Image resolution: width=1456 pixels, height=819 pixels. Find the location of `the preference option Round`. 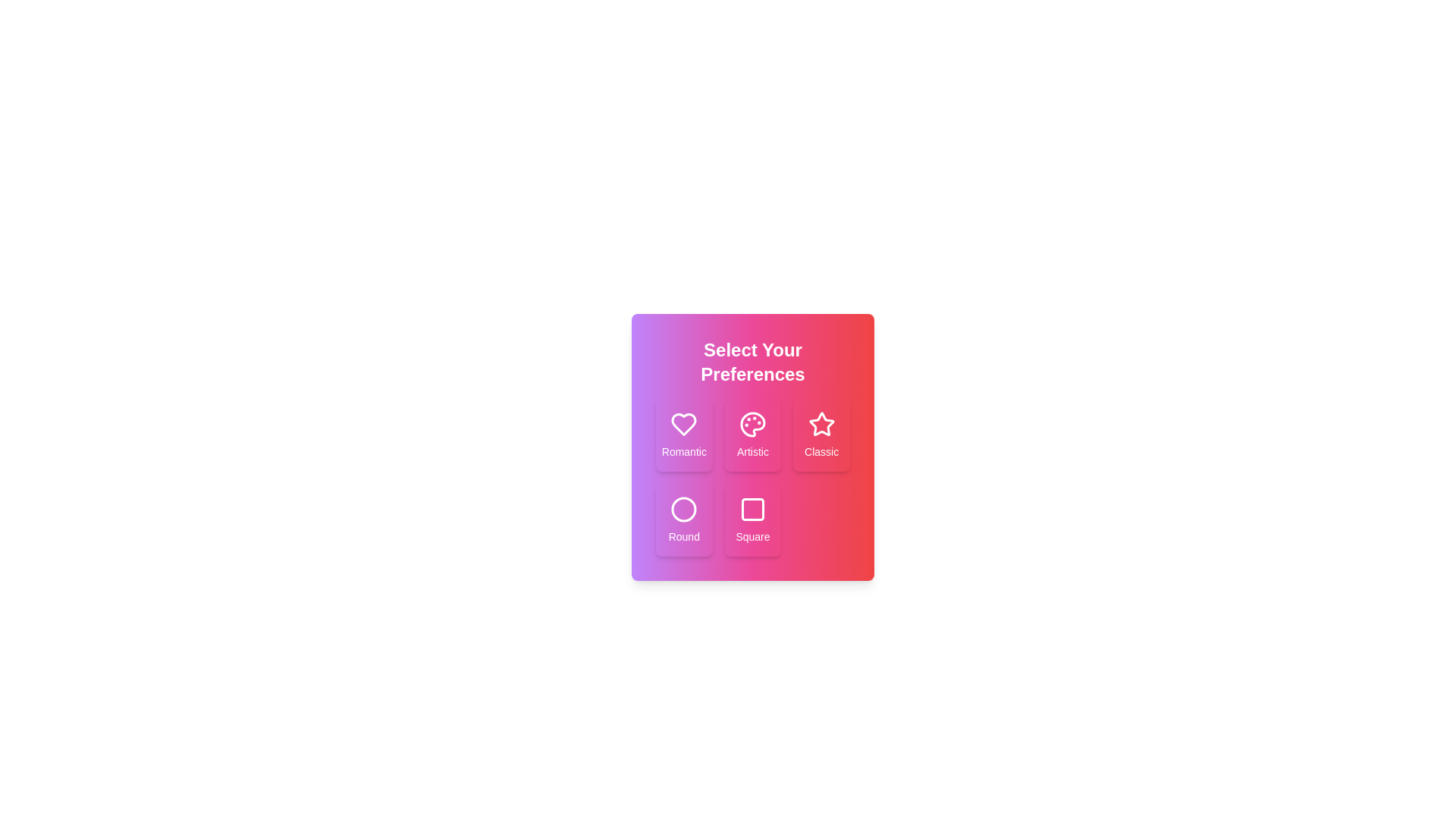

the preference option Round is located at coordinates (683, 519).